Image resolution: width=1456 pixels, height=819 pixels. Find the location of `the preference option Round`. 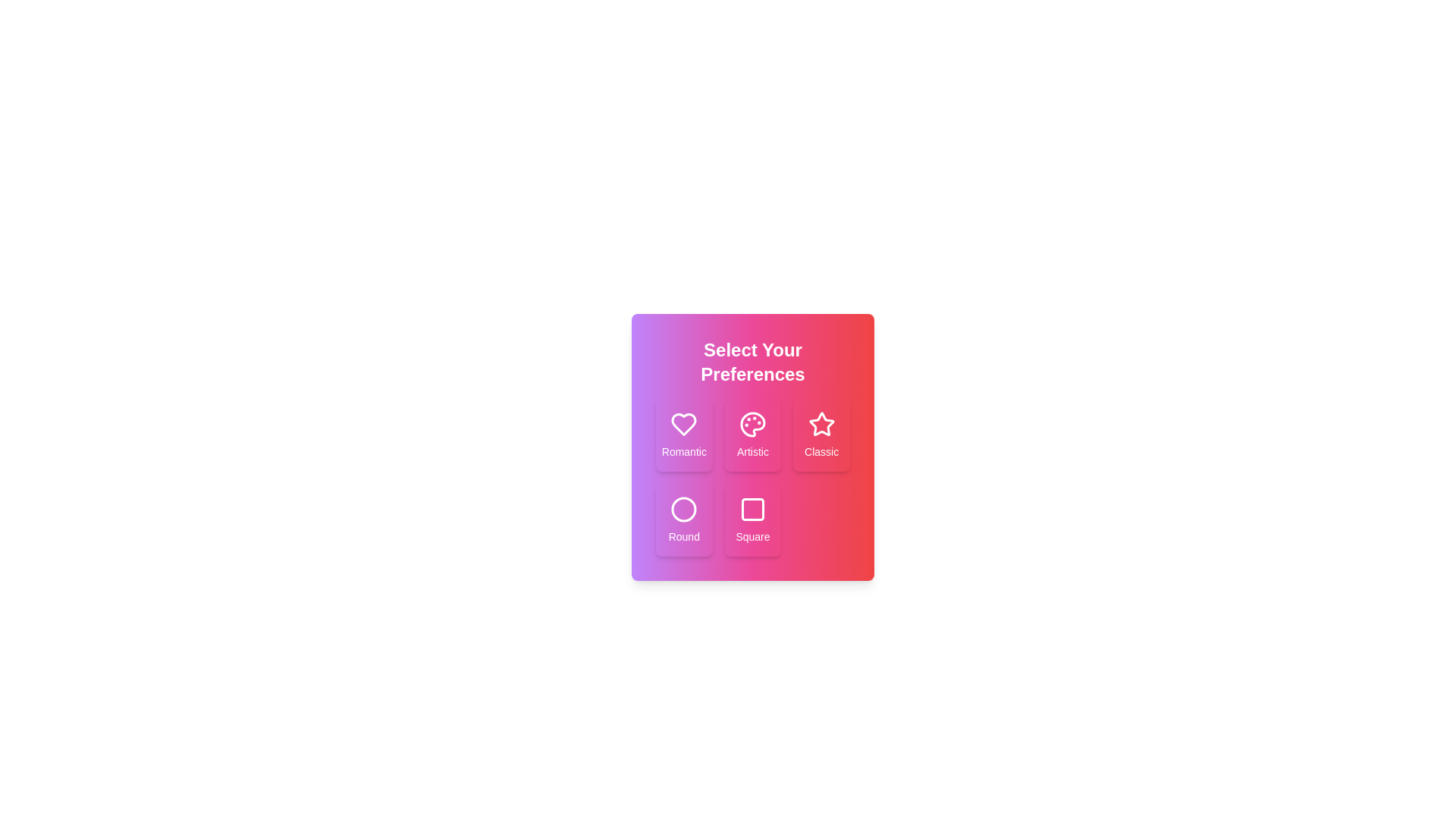

the preference option Round is located at coordinates (683, 519).